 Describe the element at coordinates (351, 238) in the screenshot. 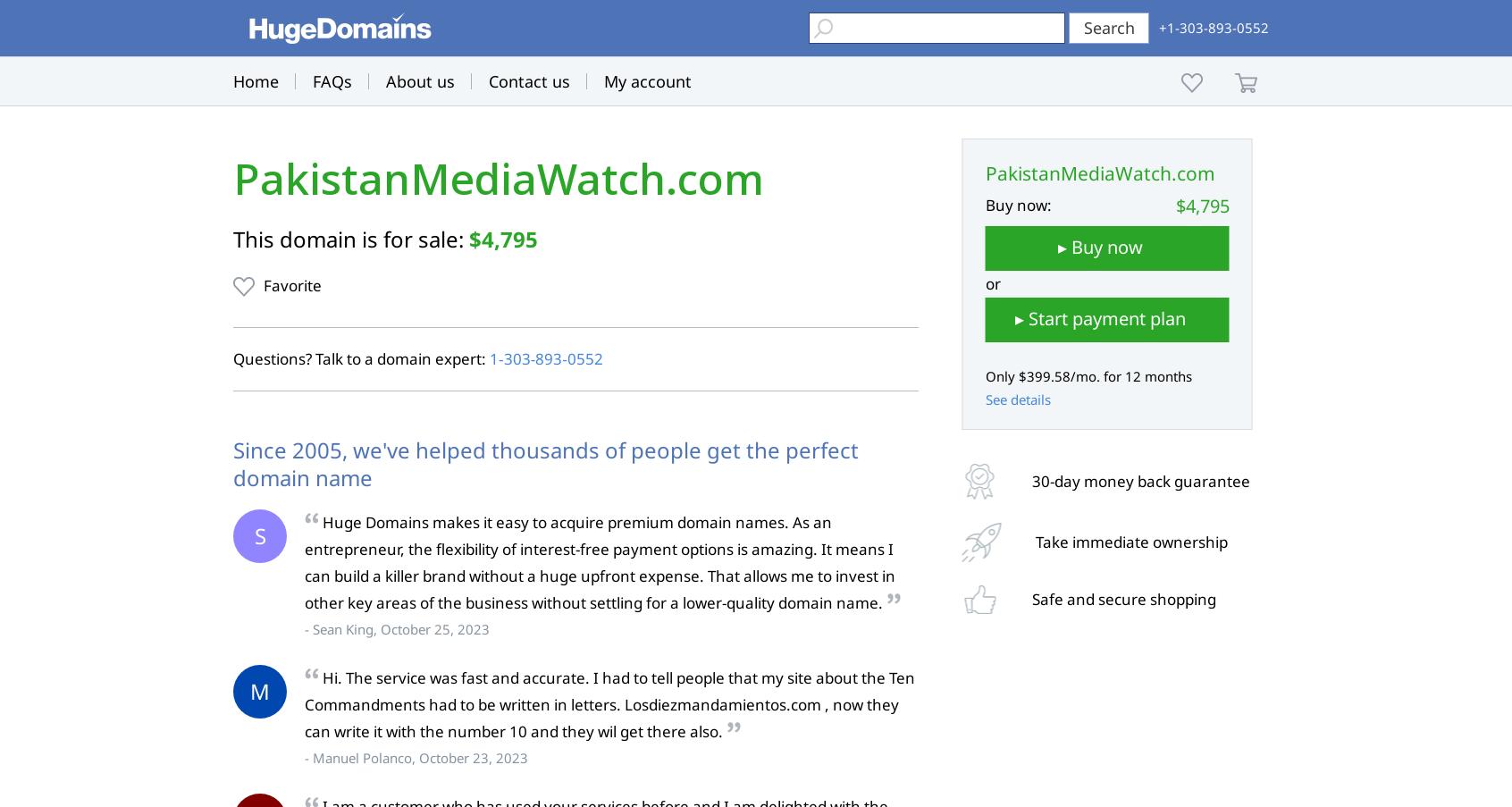

I see `'This domain is for sale:'` at that location.